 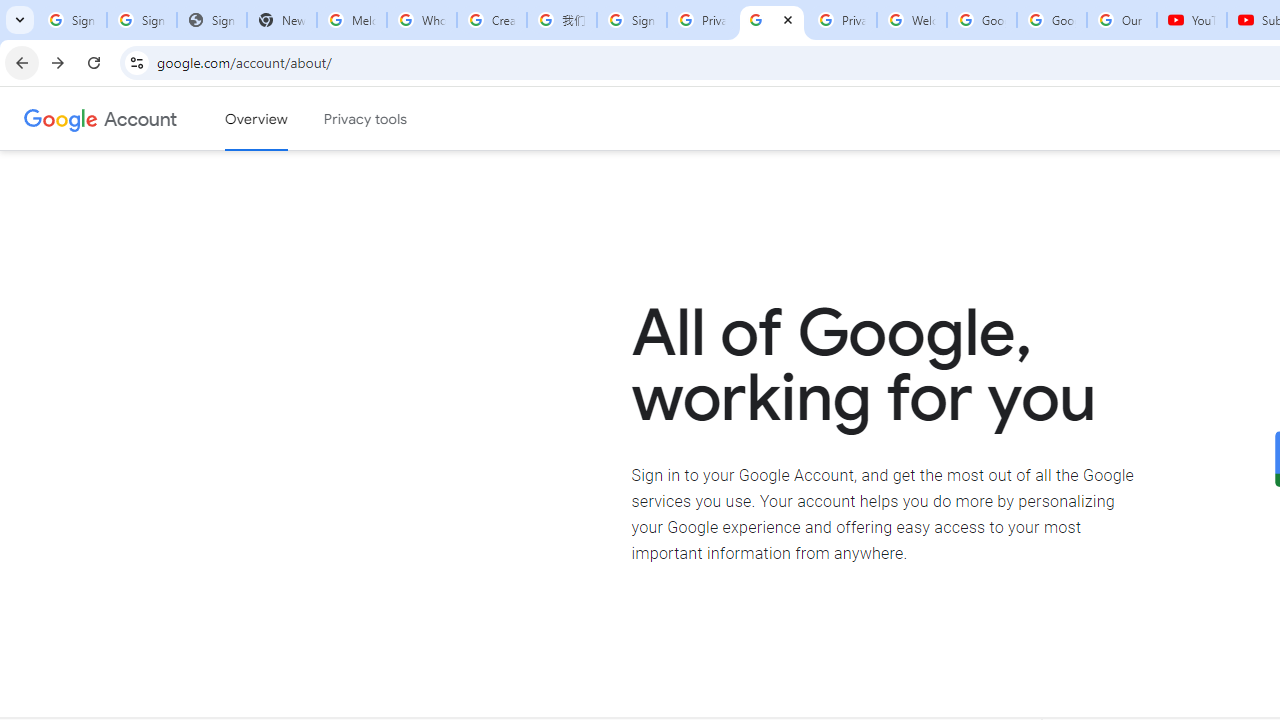 What do you see at coordinates (492, 20) in the screenshot?
I see `'Create your Google Account'` at bounding box center [492, 20].